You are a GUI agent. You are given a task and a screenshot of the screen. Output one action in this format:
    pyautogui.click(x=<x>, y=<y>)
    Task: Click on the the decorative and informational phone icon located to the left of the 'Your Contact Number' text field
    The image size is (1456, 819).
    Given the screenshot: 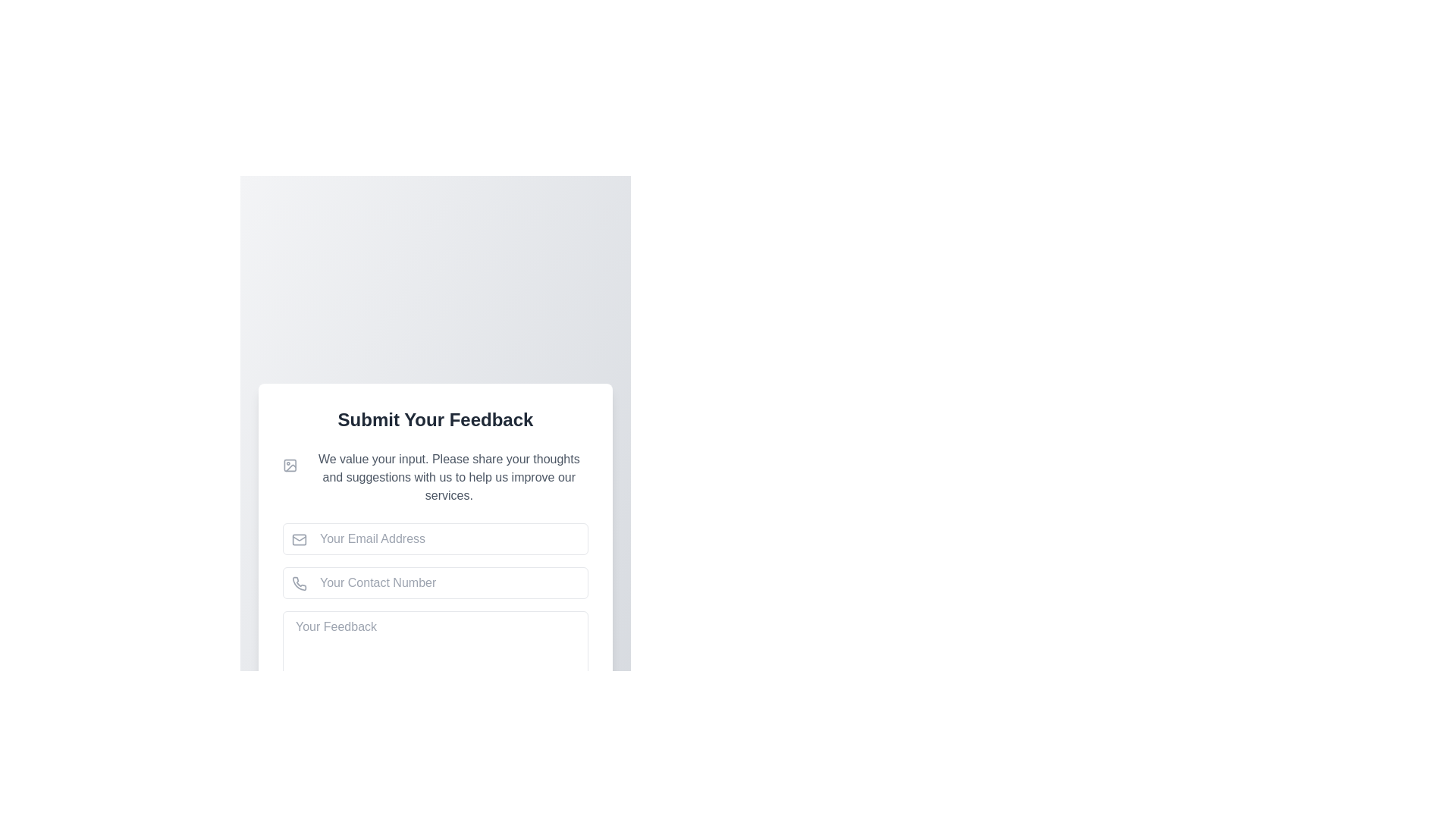 What is the action you would take?
    pyautogui.click(x=300, y=582)
    